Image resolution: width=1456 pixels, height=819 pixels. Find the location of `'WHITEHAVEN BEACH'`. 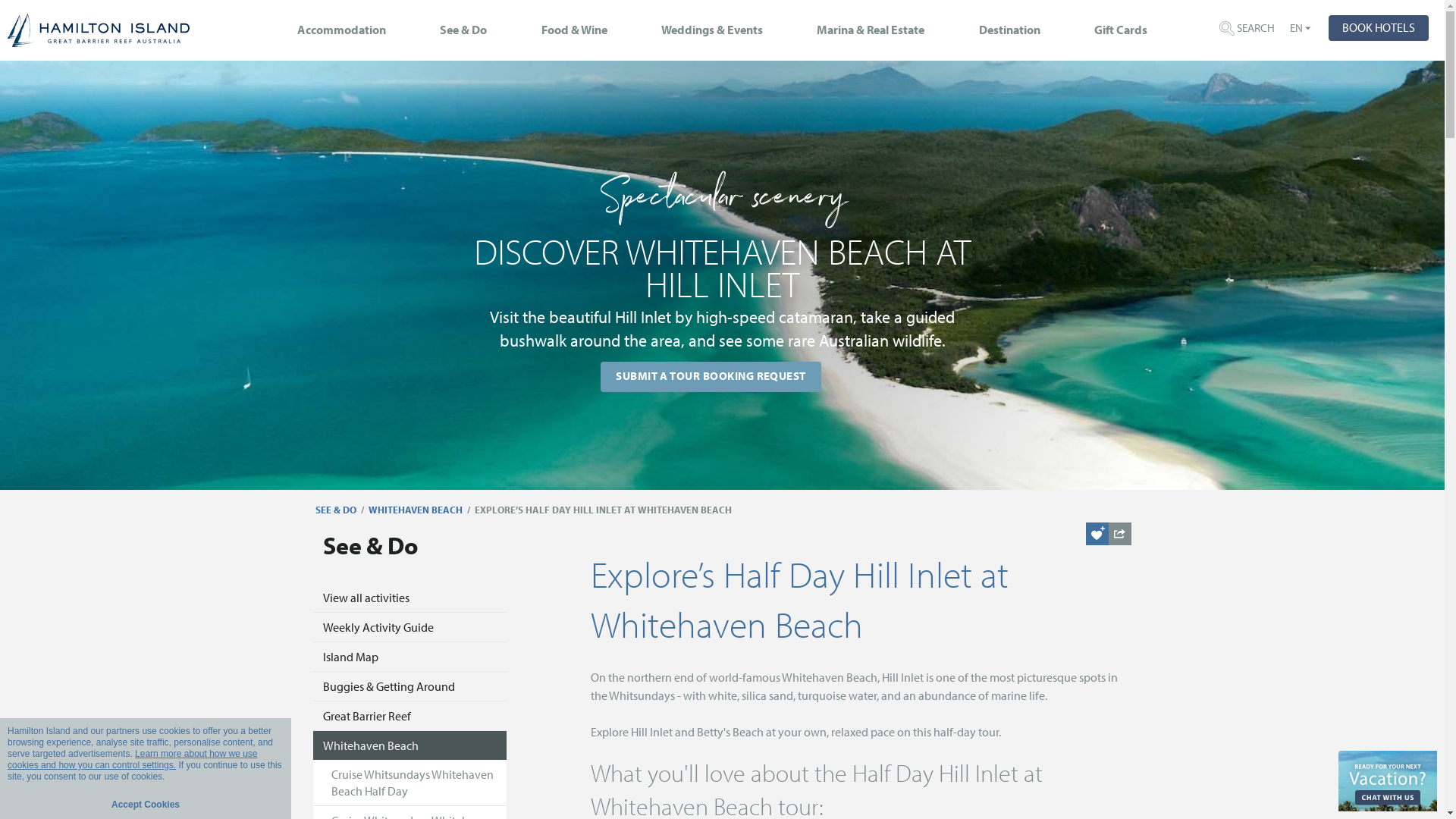

'WHITEHAVEN BEACH' is located at coordinates (368, 510).